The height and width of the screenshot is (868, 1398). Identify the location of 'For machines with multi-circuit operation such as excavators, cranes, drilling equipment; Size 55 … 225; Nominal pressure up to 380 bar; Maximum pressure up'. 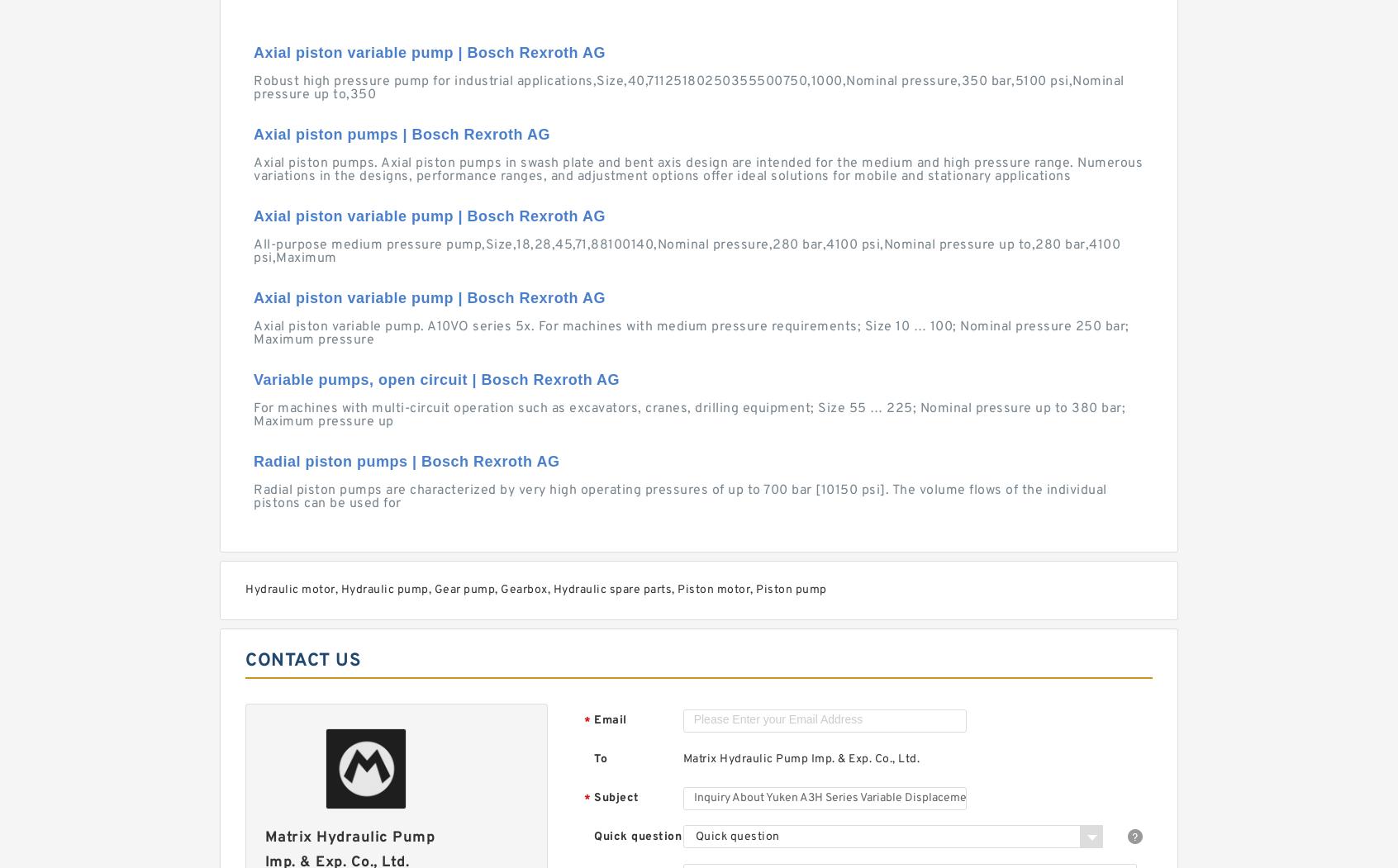
(252, 415).